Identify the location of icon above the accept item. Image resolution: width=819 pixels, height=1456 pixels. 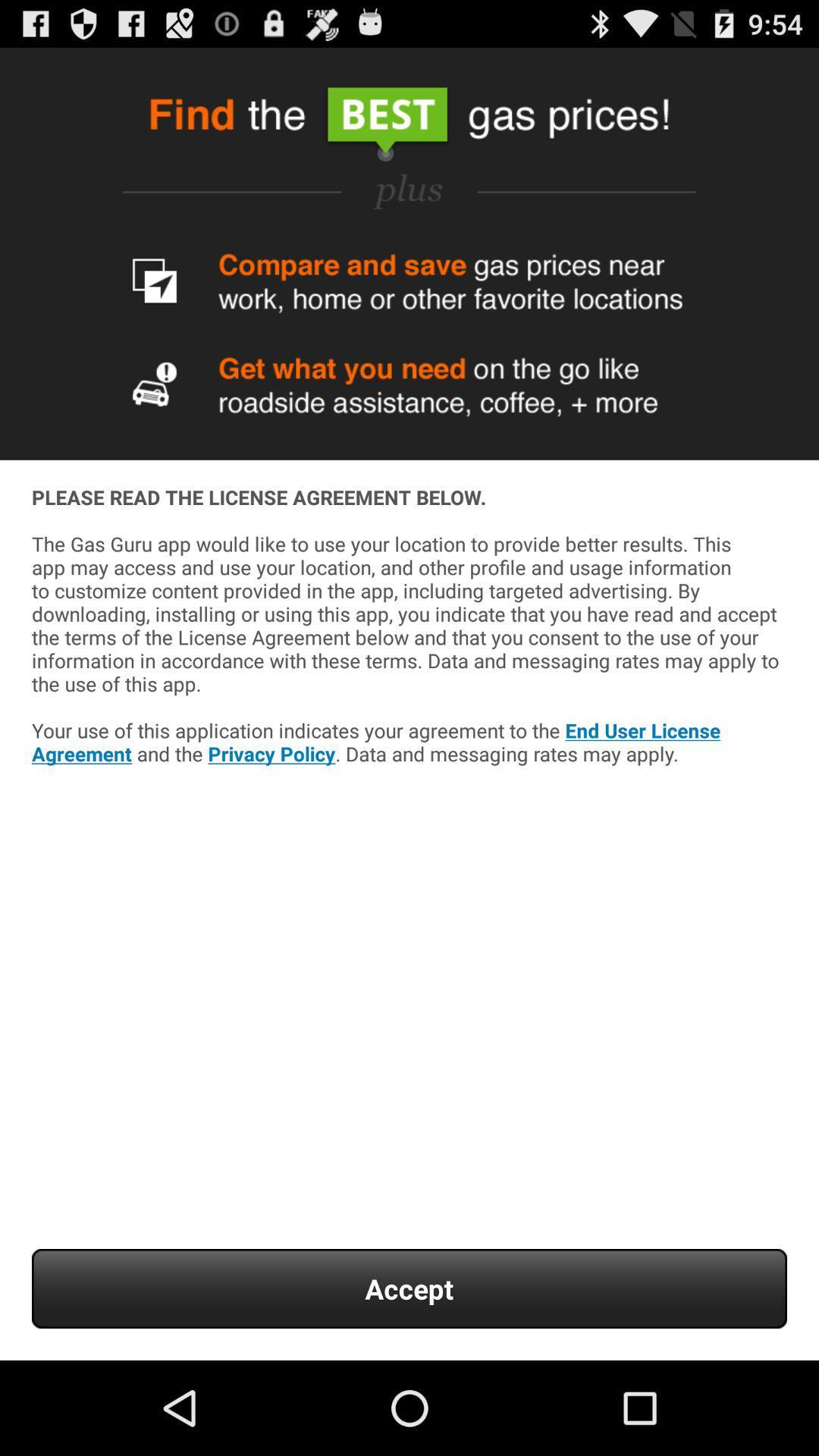
(409, 668).